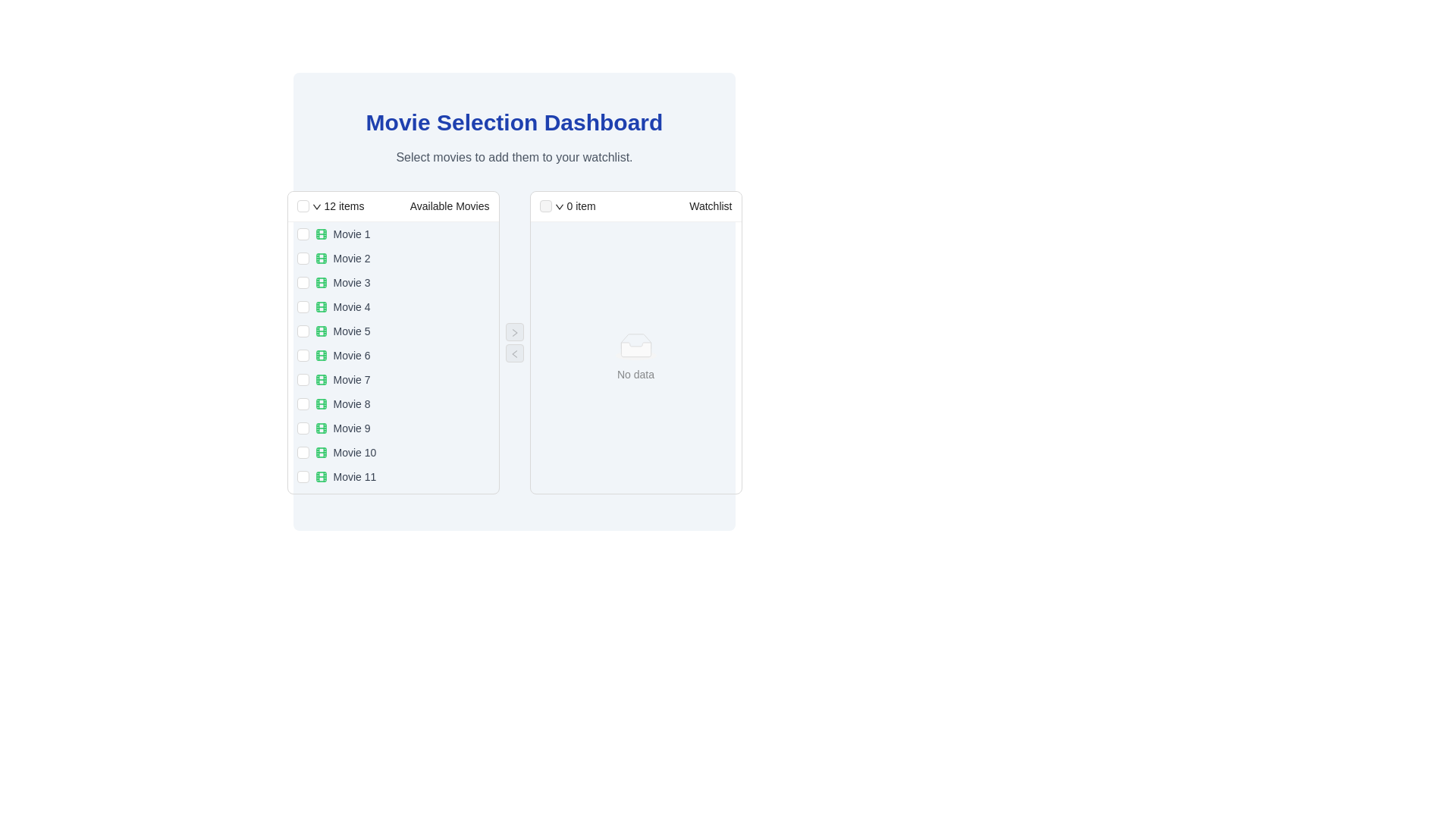  I want to click on the Decorative icon element, which is a small rectangle with rounded corners located within the movie-related icon styled in green, specifically associated with 'Movie 3' in the 'Available Movies' section, so click(320, 283).